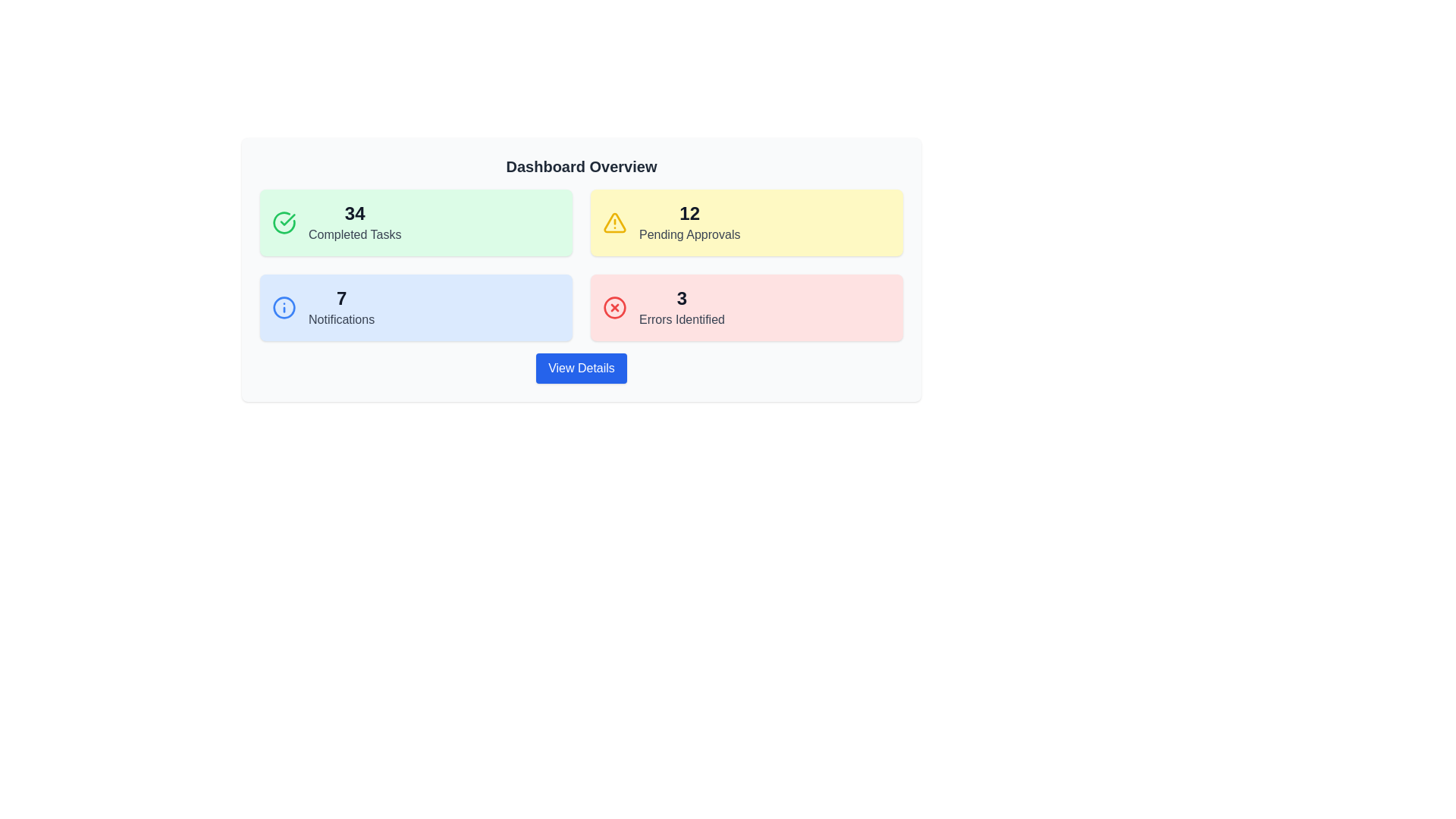 Image resolution: width=1456 pixels, height=819 pixels. What do you see at coordinates (689, 234) in the screenshot?
I see `the text label that provides descriptive information below the number '12' on the yellow card in the top-right quadrant of the dashboard interface` at bounding box center [689, 234].